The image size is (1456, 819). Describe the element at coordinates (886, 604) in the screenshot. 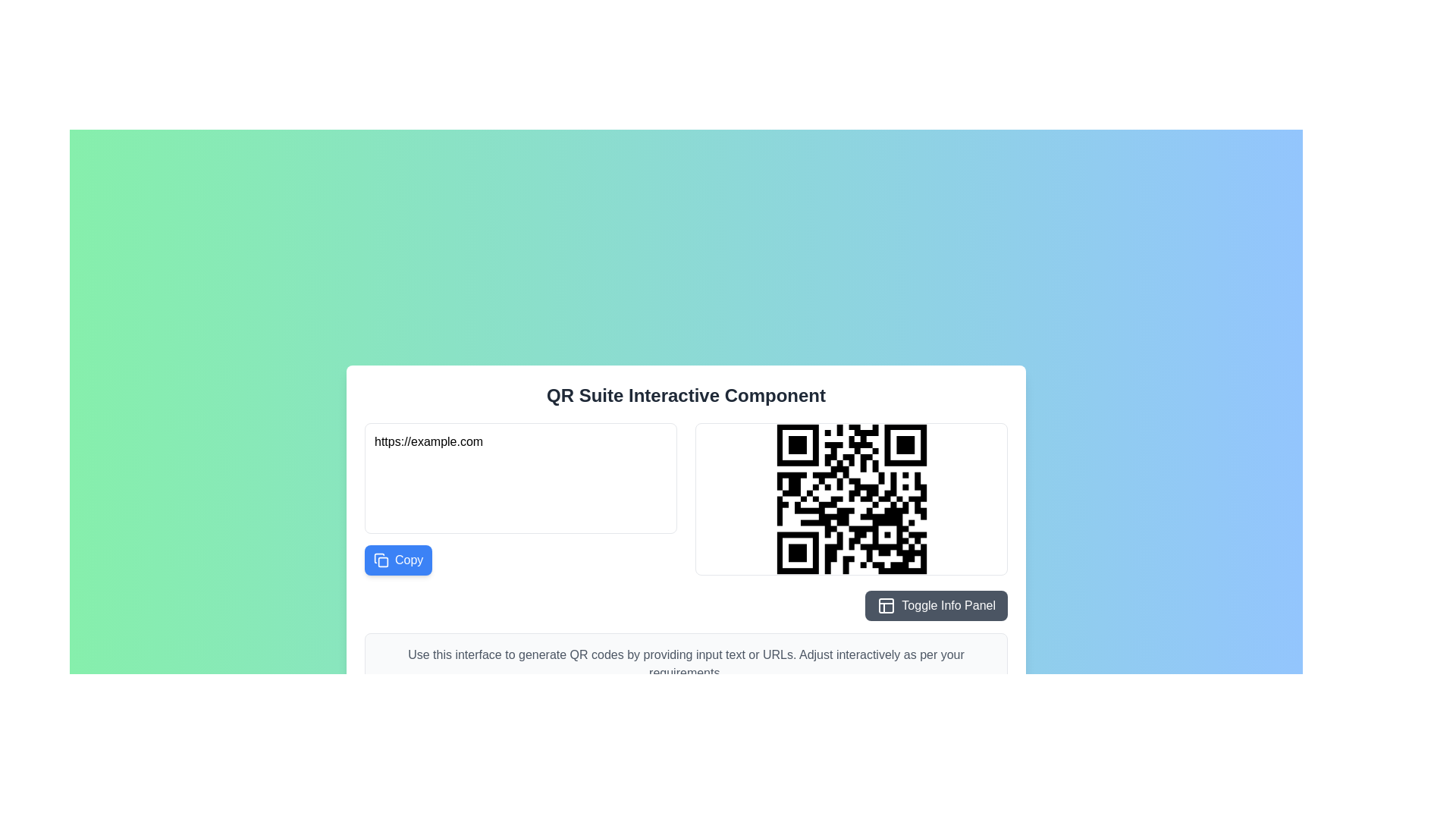

I see `the small square icon with a gray outline and white fill, located to the left of the 'Toggle Info Panel' text within a gray rounded rectangular button at the bottom right of the main panel` at that location.